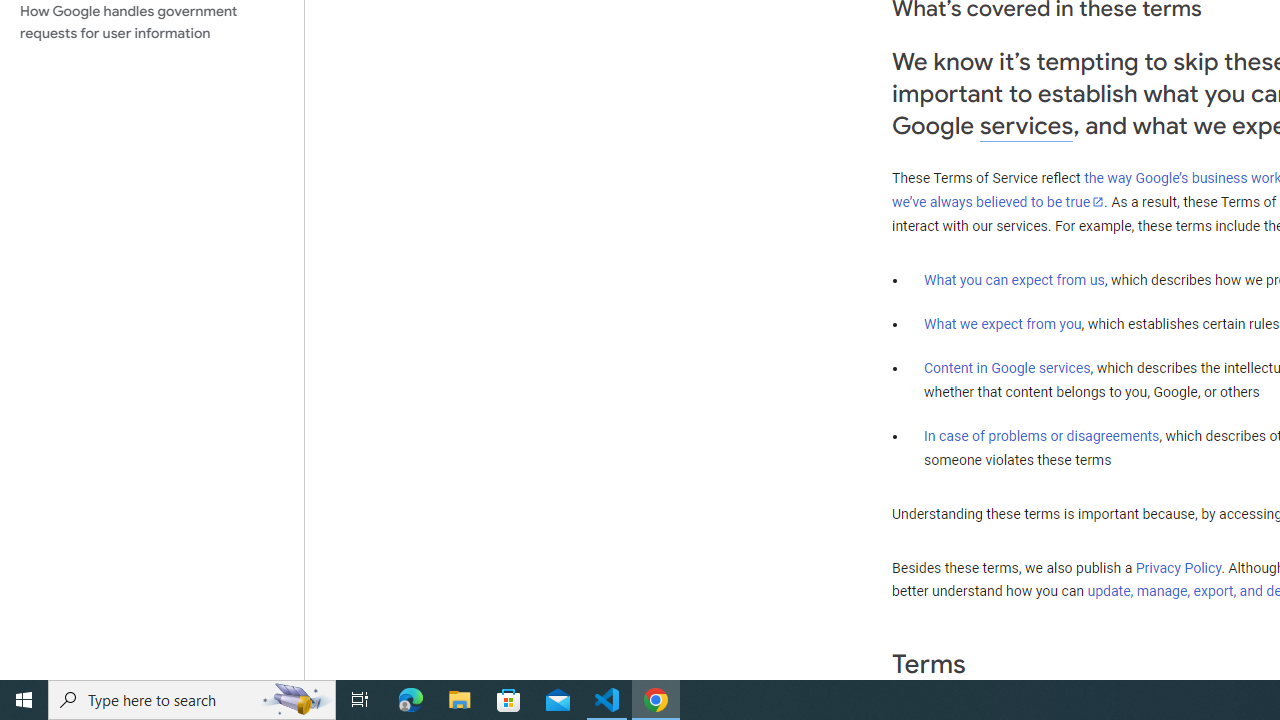 The height and width of the screenshot is (720, 1280). I want to click on 'What you can expect from us', so click(1014, 279).